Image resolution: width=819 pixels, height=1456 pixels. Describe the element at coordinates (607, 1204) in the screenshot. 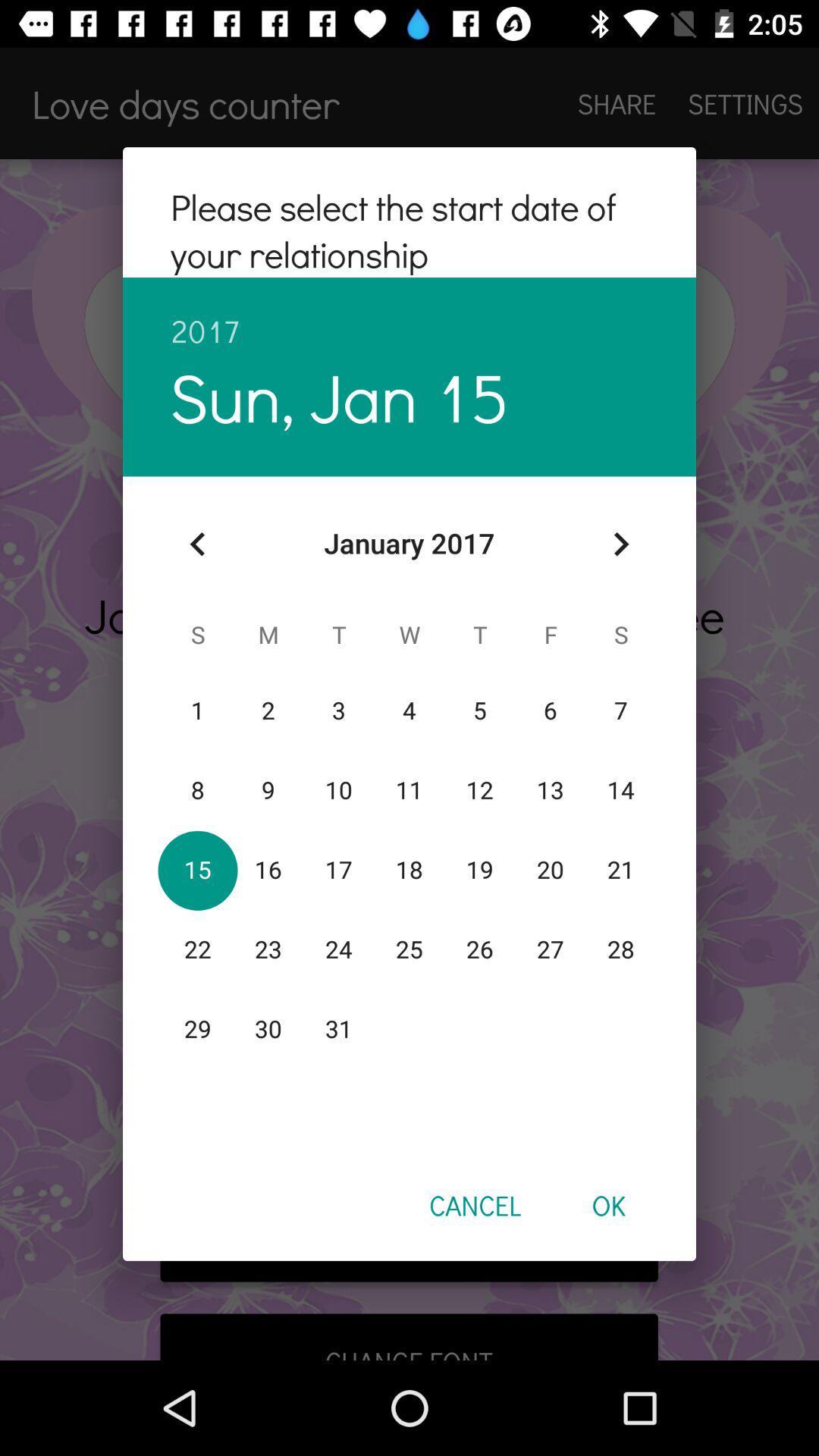

I see `the ok item` at that location.